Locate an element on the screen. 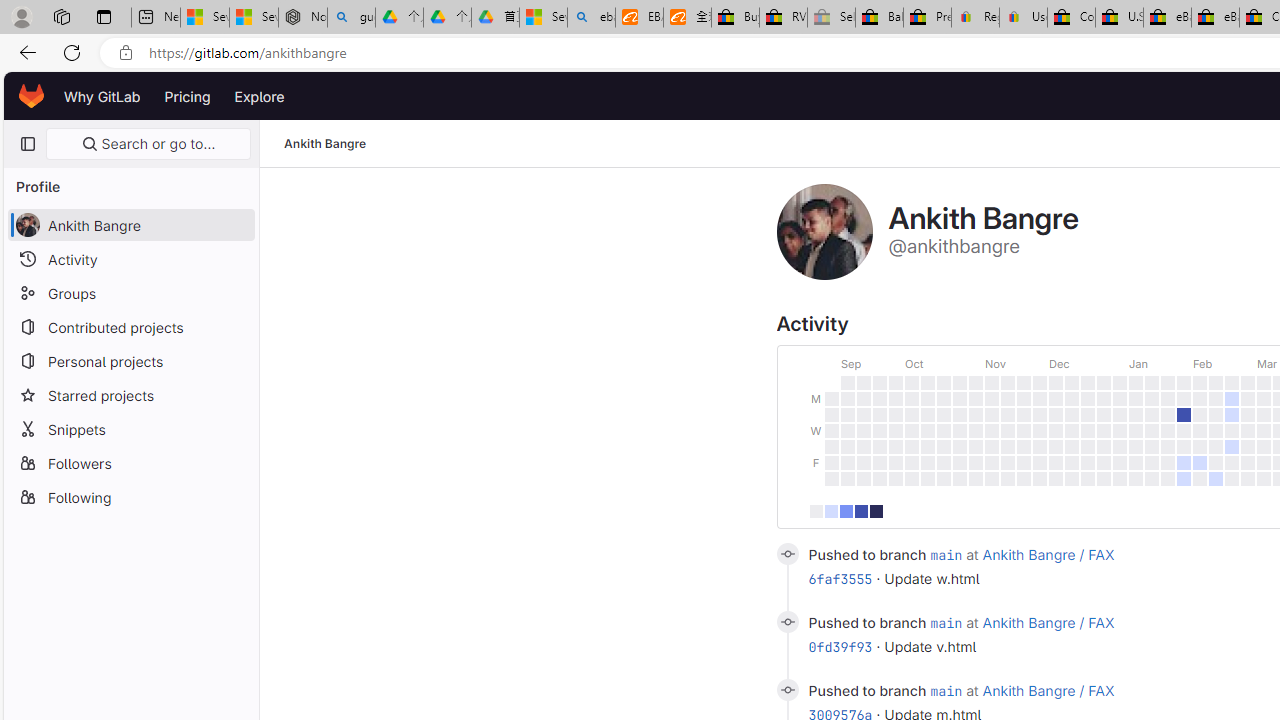 The width and height of the screenshot is (1280, 720). 'Why GitLab' is located at coordinates (101, 96).